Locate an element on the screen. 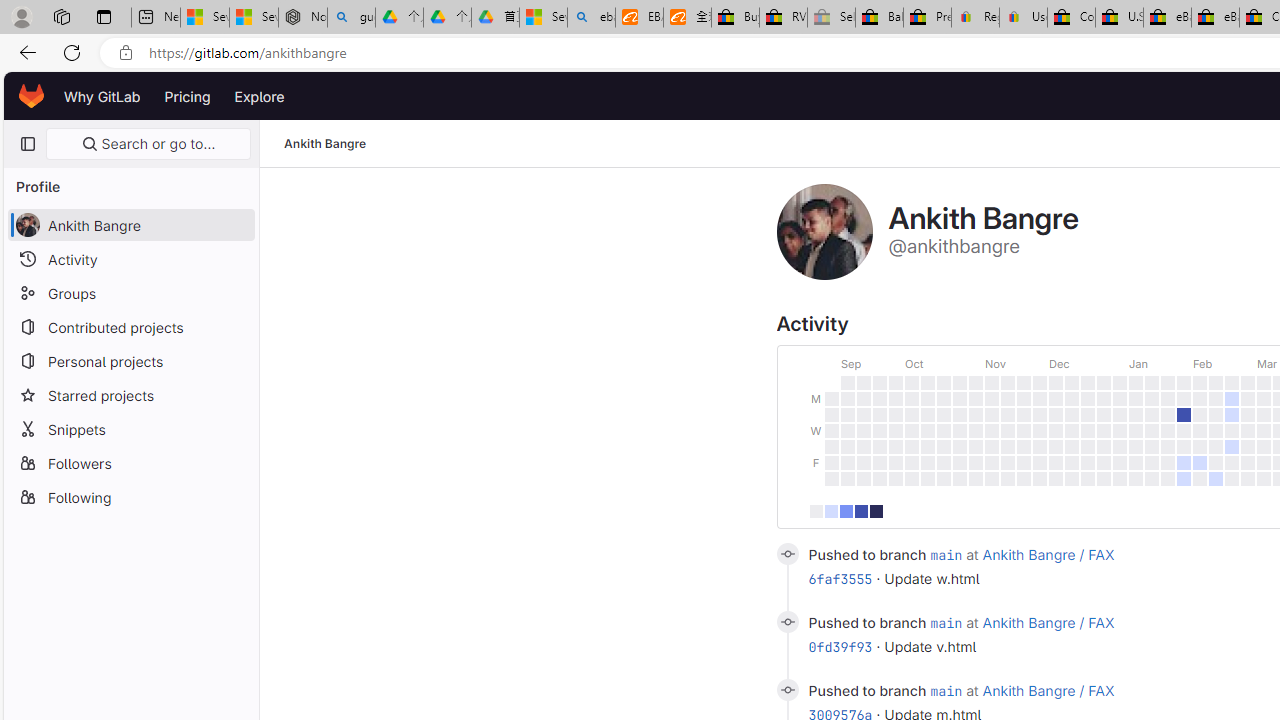 The width and height of the screenshot is (1280, 720). 'Why GitLab' is located at coordinates (101, 96).